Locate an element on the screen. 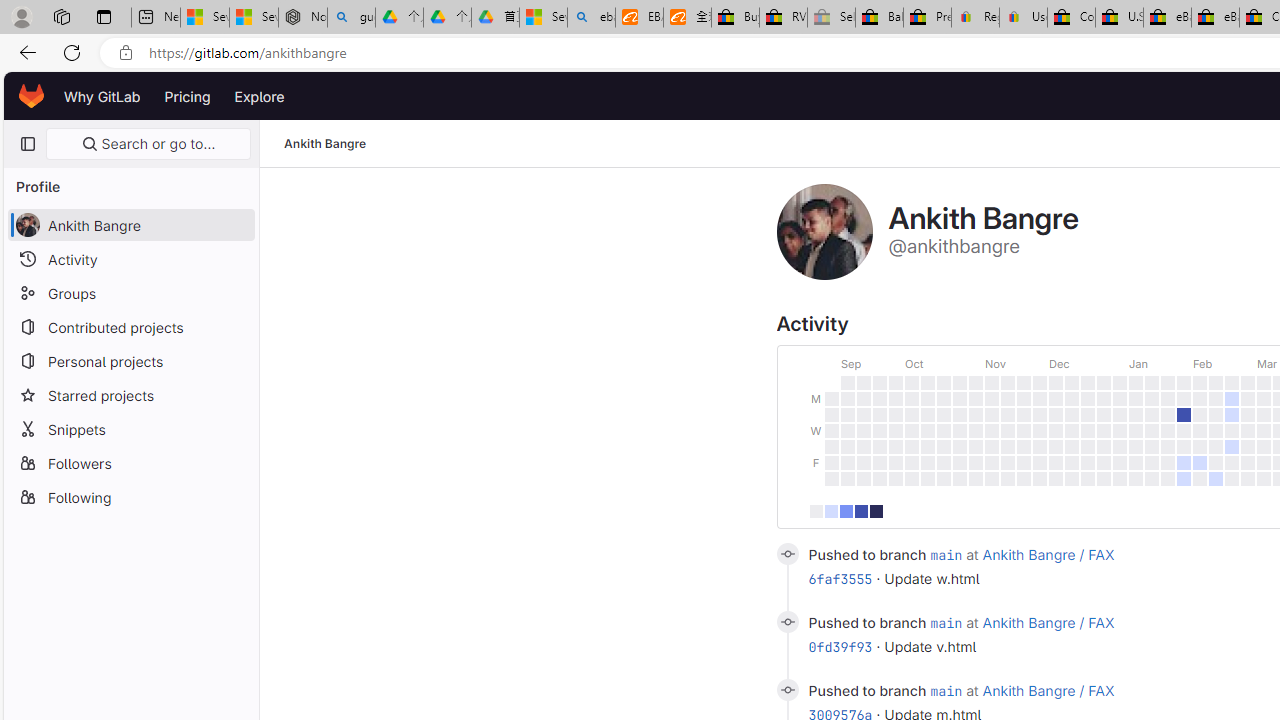 The width and height of the screenshot is (1280, 720). 'Why GitLab' is located at coordinates (101, 96).